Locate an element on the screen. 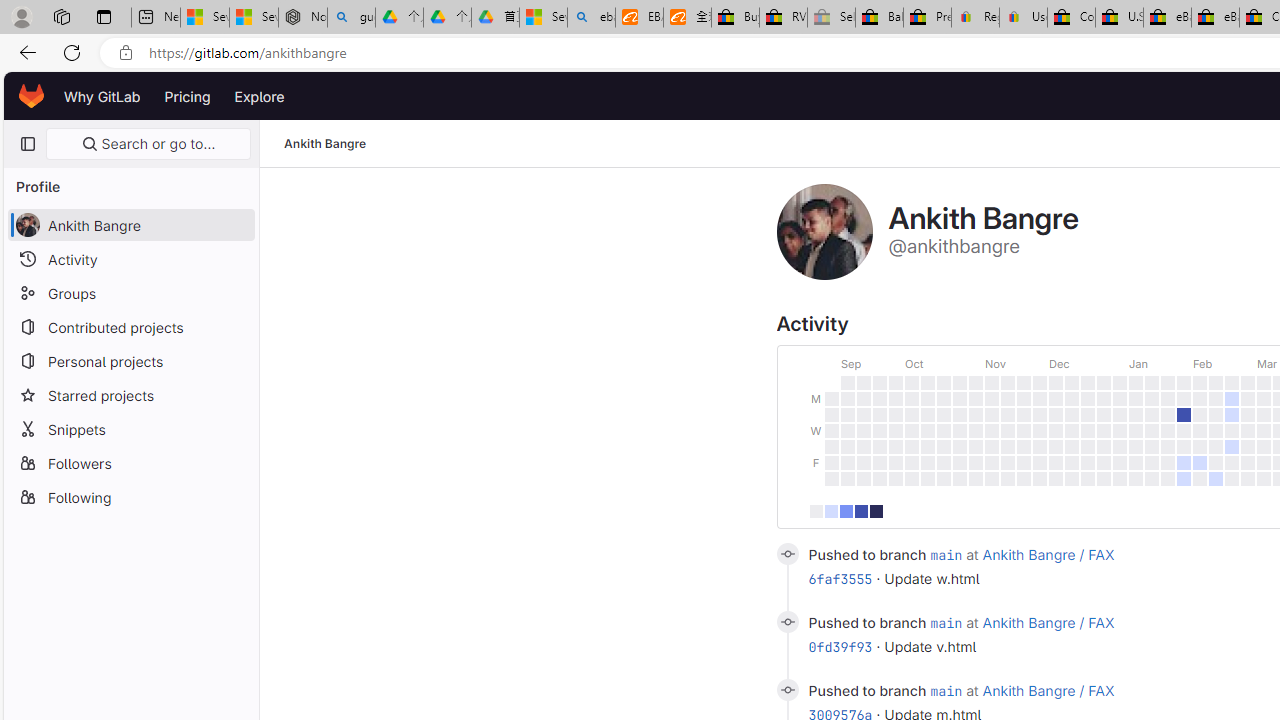 The width and height of the screenshot is (1280, 720). 'Why GitLab' is located at coordinates (101, 96).